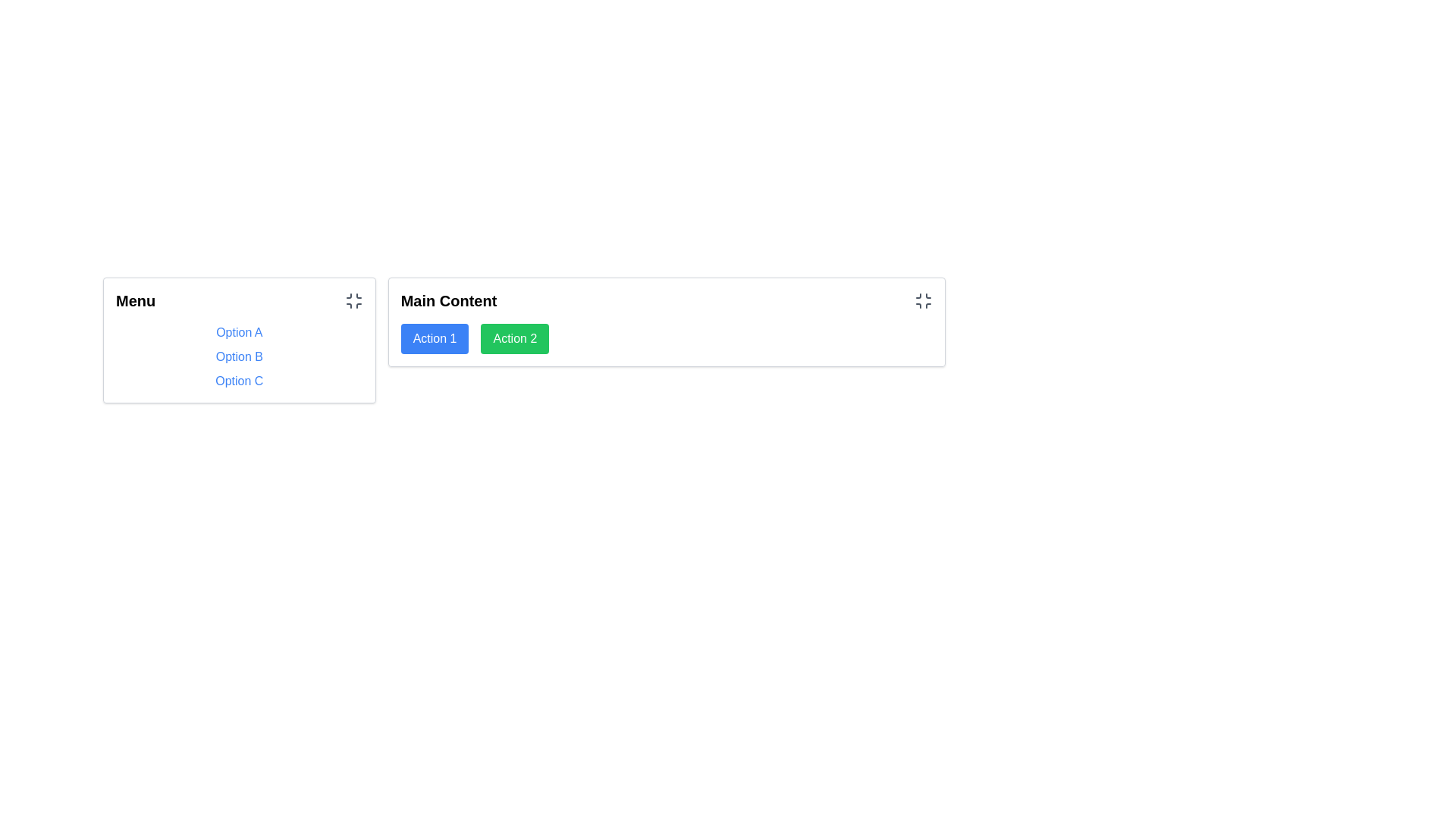  Describe the element at coordinates (515, 338) in the screenshot. I see `the button labeled 'Action 2' which is positioned immediately to the right of the 'Action 1' button within the 'Main Content' block` at that location.